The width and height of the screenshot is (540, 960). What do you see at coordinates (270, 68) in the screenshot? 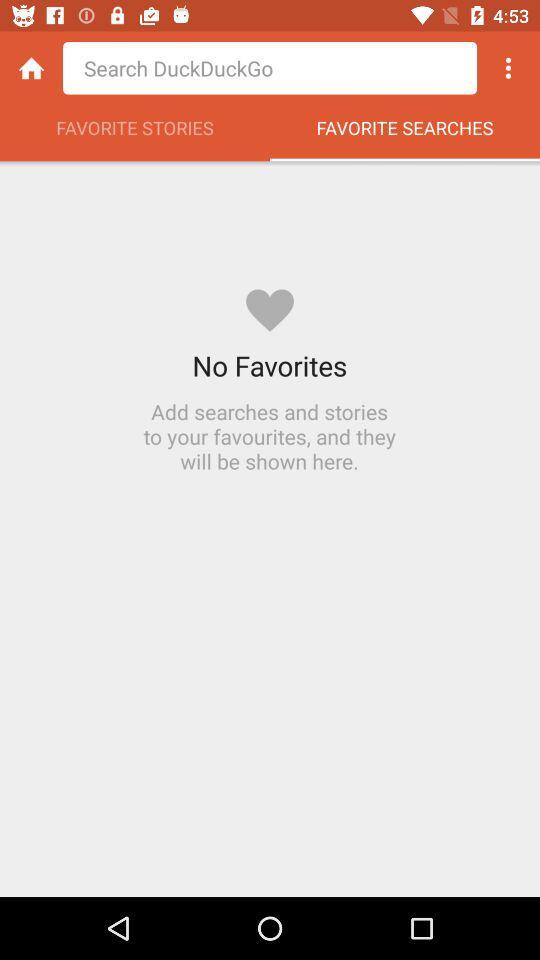
I see `search` at bounding box center [270, 68].